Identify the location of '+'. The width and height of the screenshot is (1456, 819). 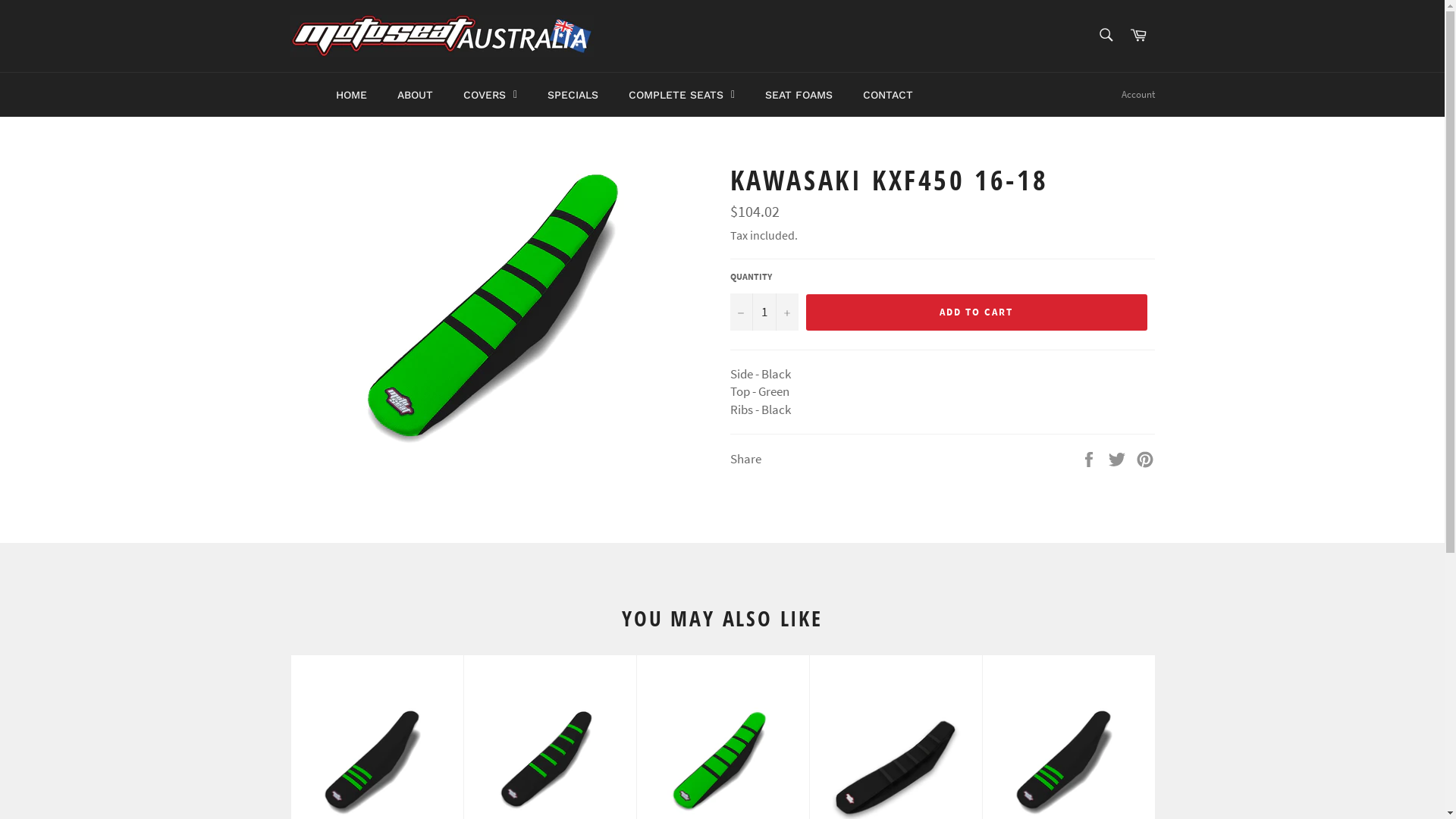
(775, 311).